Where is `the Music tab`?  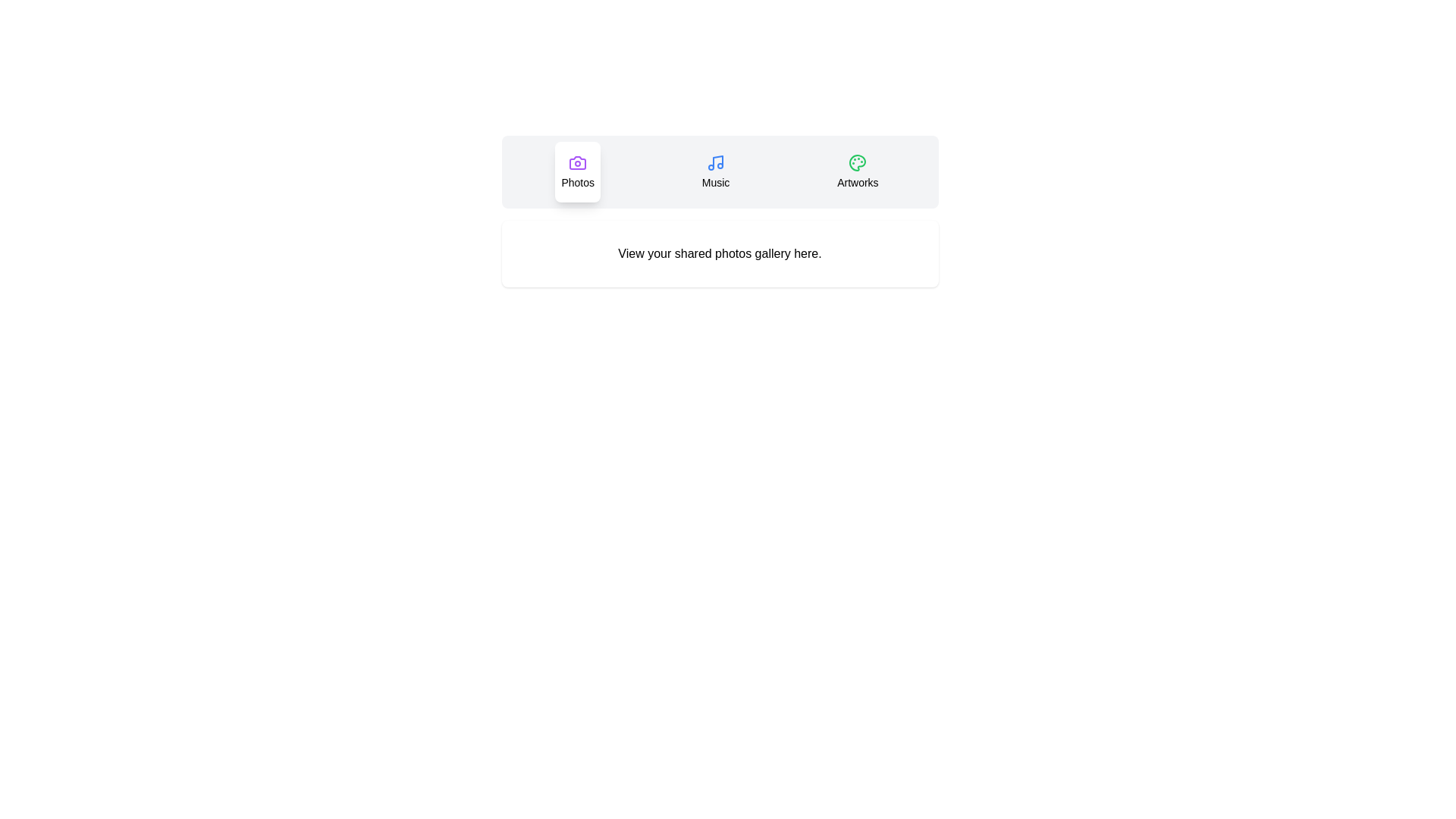
the Music tab is located at coordinates (715, 171).